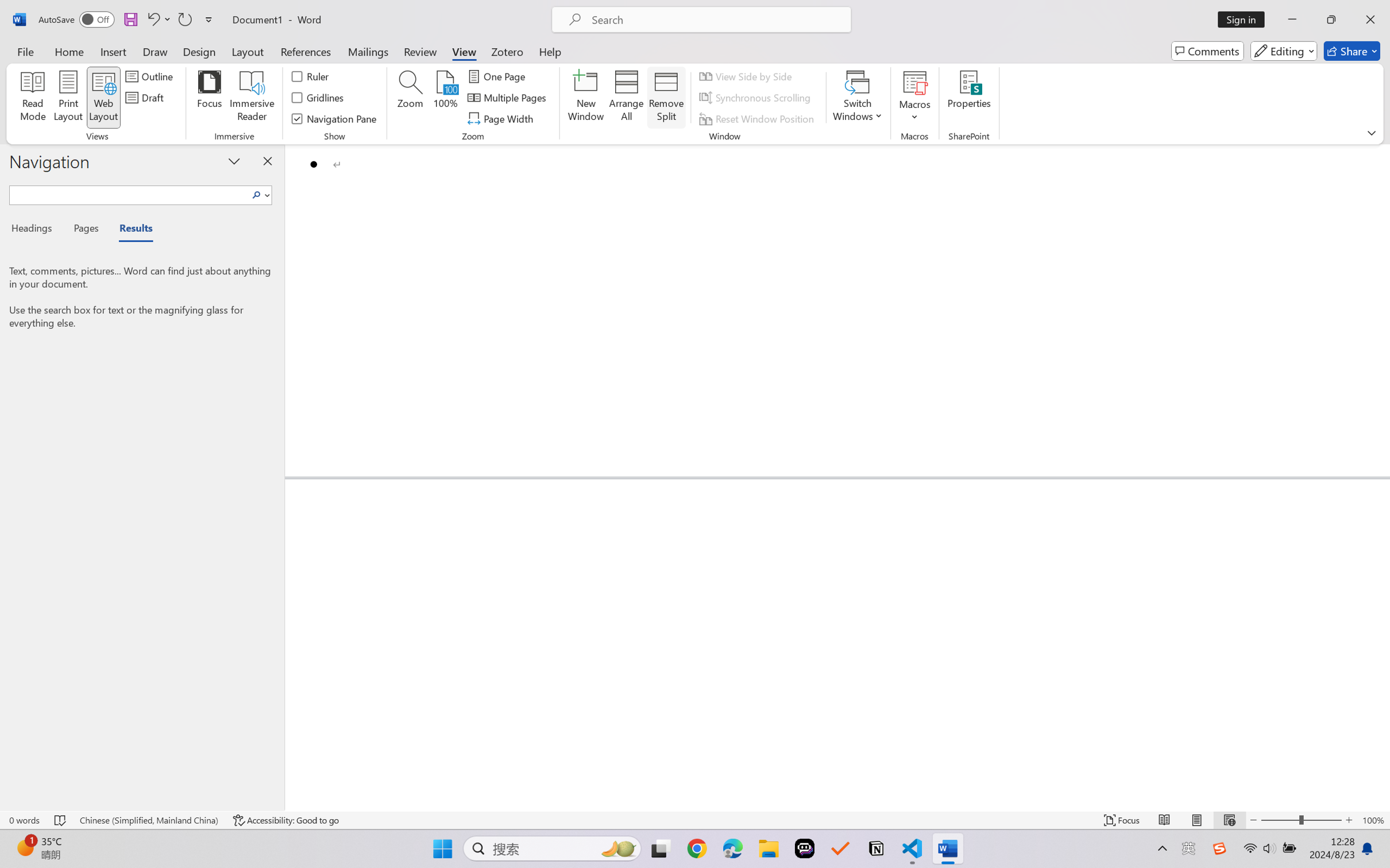 The image size is (1390, 868). I want to click on 'Properties', so click(968, 98).